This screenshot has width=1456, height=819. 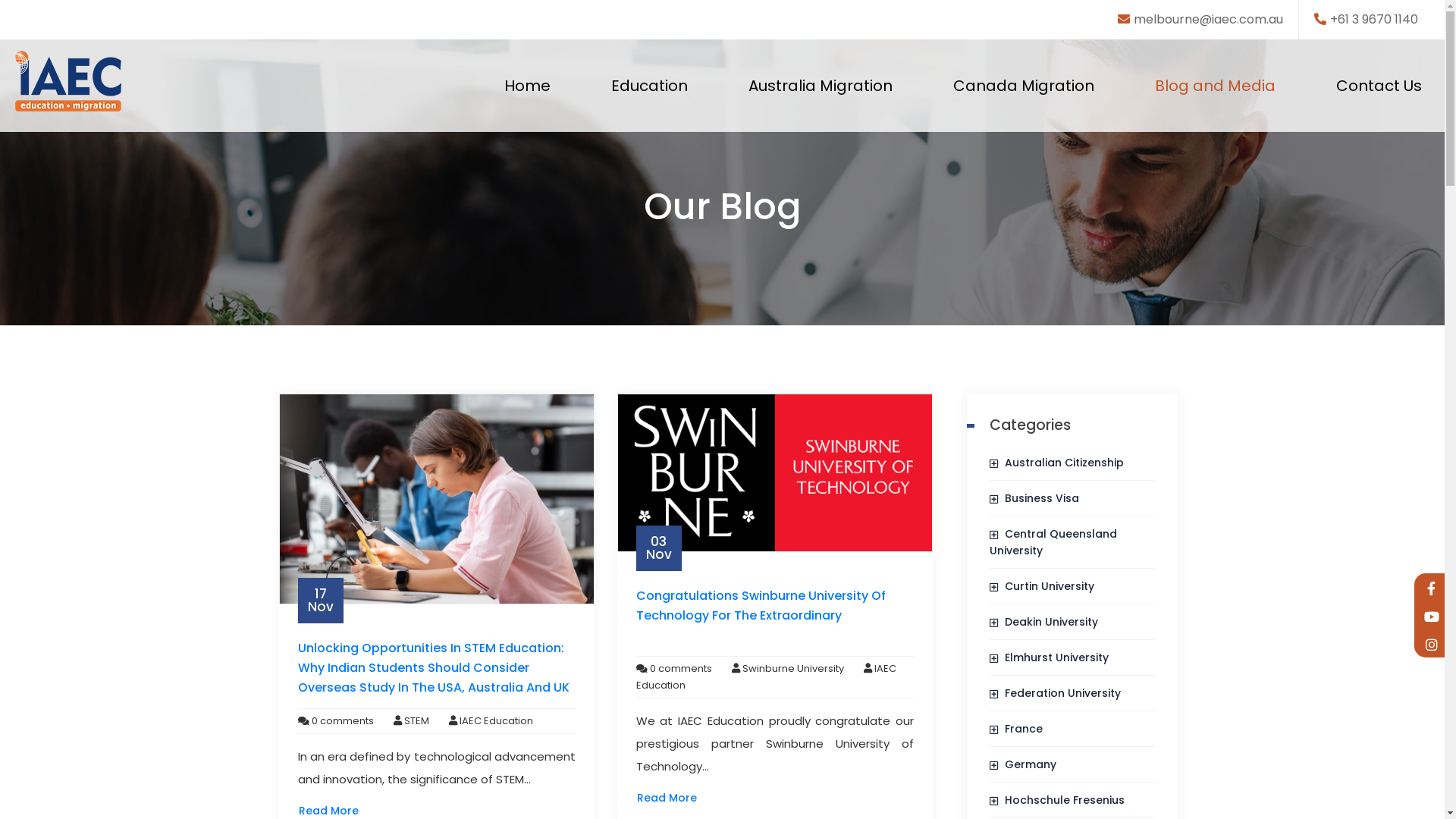 What do you see at coordinates (990, 497) in the screenshot?
I see `'Business Visa'` at bounding box center [990, 497].